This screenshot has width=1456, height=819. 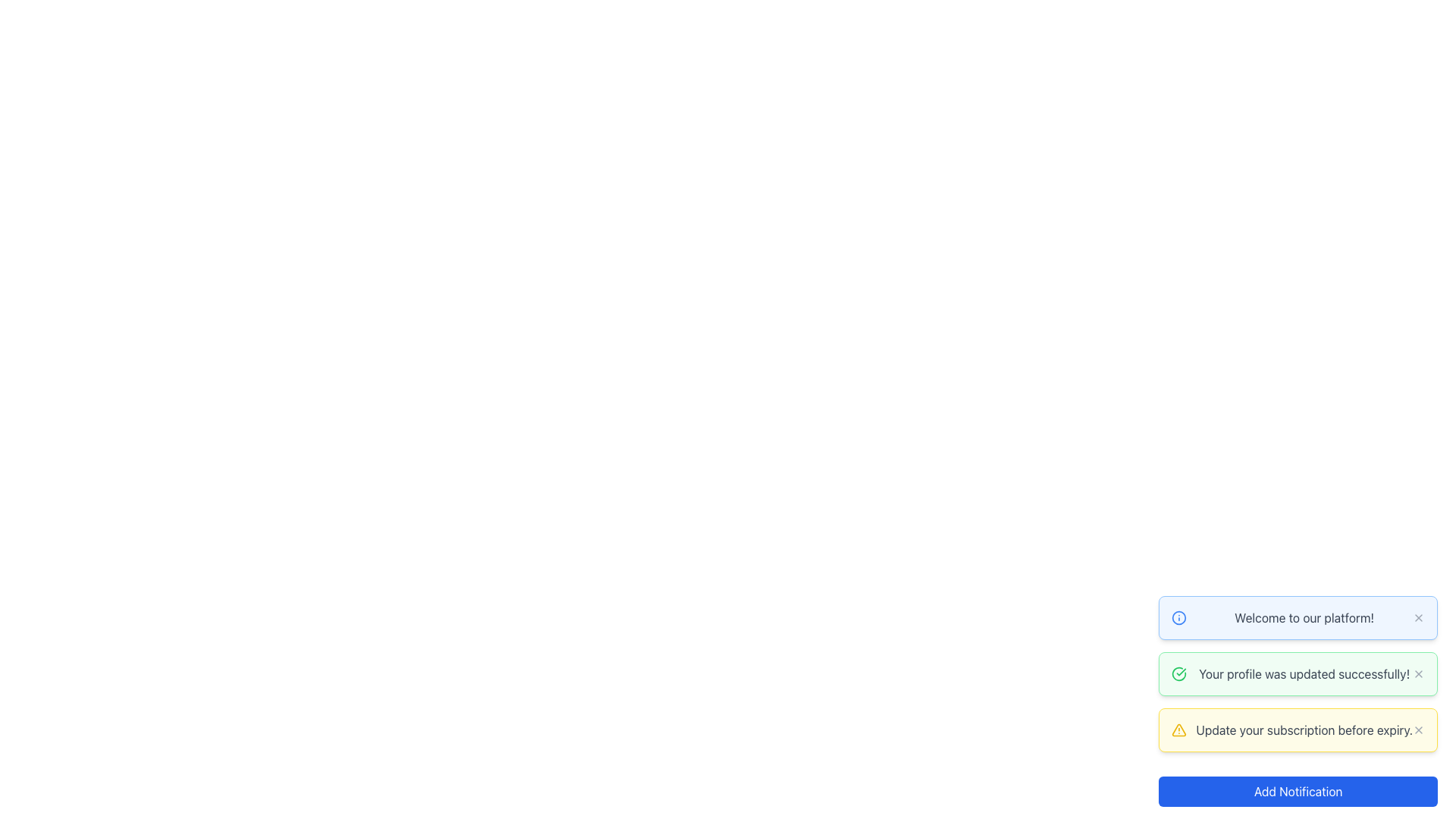 What do you see at coordinates (1418, 617) in the screenshot?
I see `the close button located at the upper-right corner of the notification box that displays 'Welcome to our platform!'` at bounding box center [1418, 617].